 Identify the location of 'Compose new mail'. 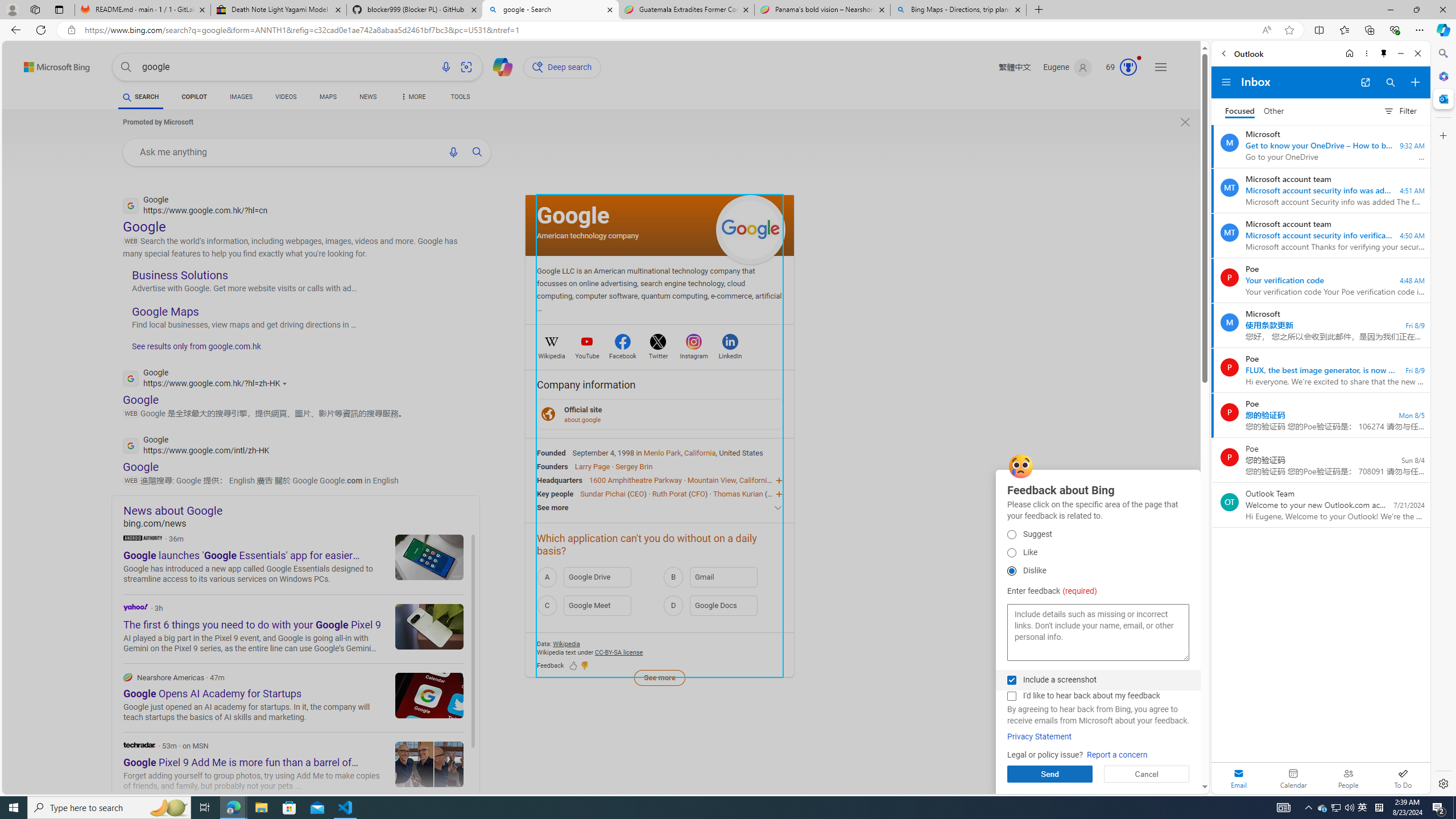
(1414, 82).